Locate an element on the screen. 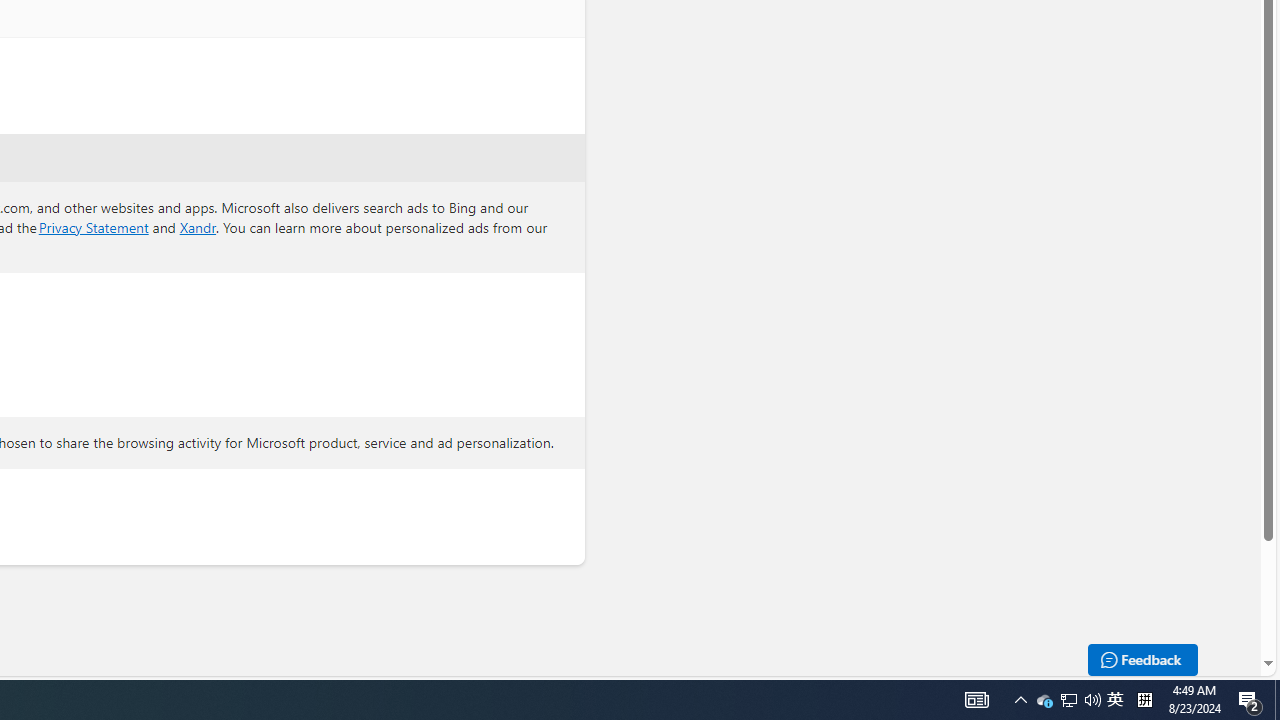 This screenshot has height=720, width=1280. 'Xandr' is located at coordinates (198, 225).